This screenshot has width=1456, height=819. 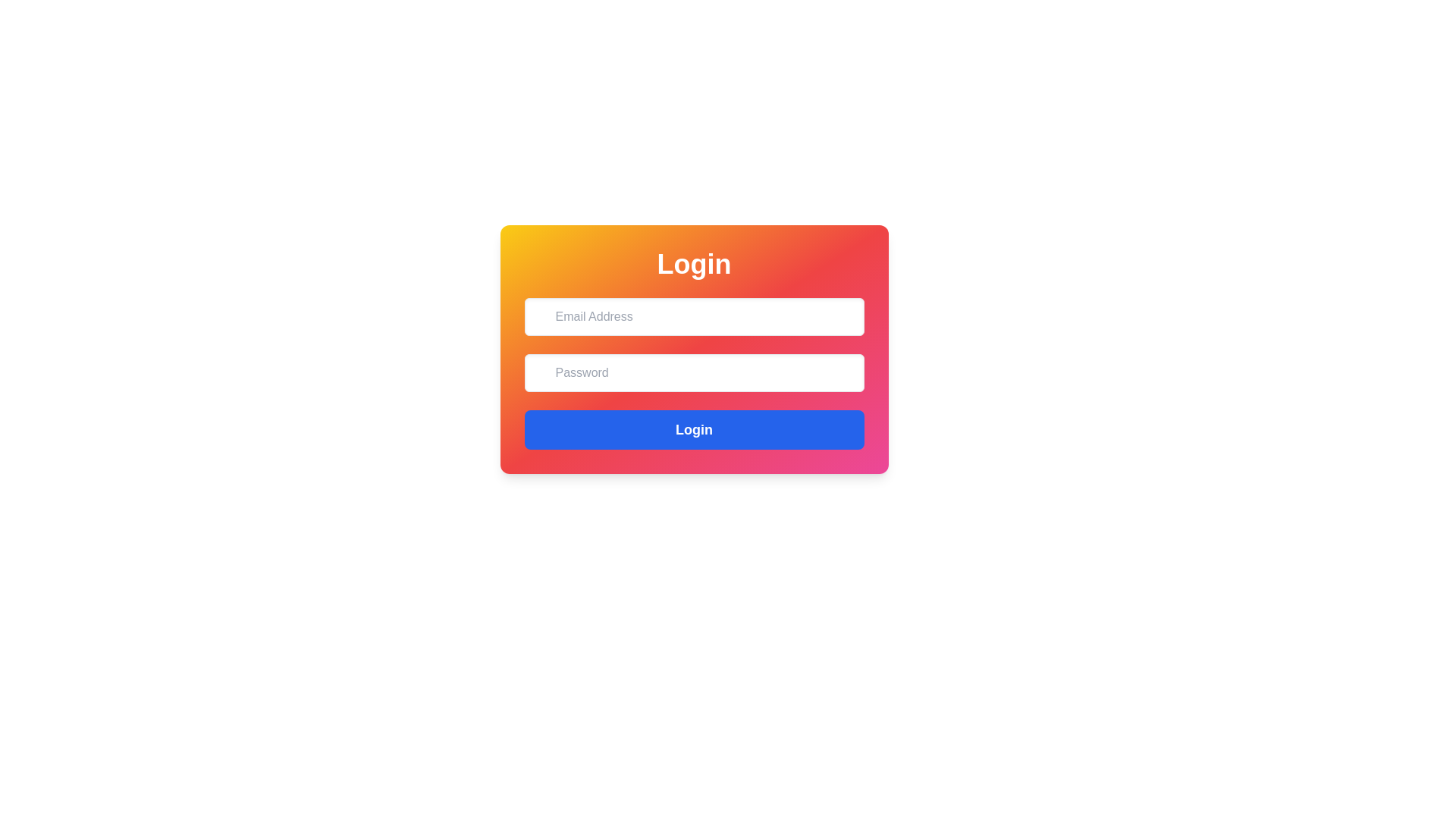 What do you see at coordinates (693, 430) in the screenshot?
I see `the submit button located below the 'Password' input field in the login form for keyboard navigation` at bounding box center [693, 430].